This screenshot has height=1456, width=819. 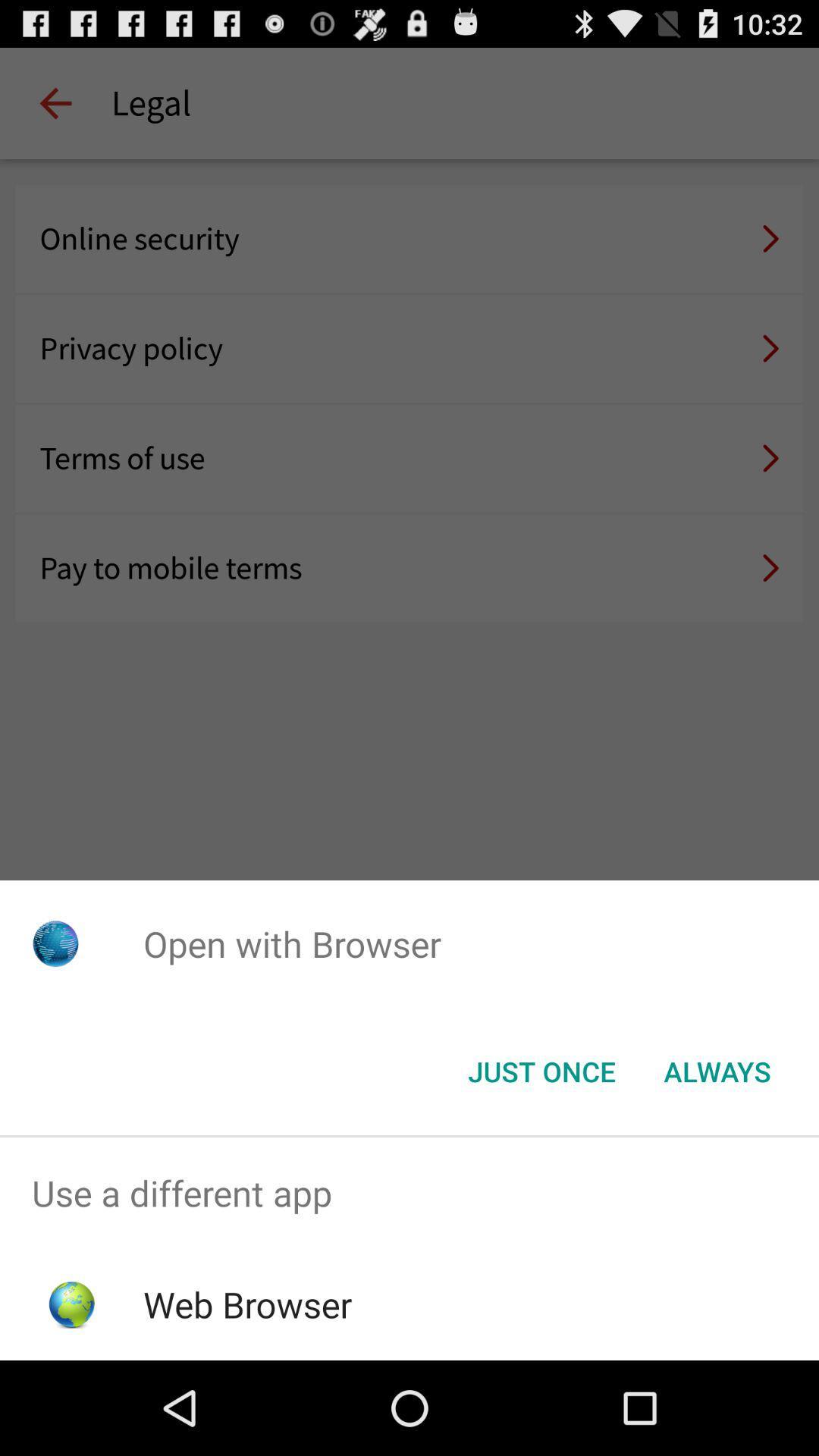 I want to click on item below the use a different app, so click(x=246, y=1304).